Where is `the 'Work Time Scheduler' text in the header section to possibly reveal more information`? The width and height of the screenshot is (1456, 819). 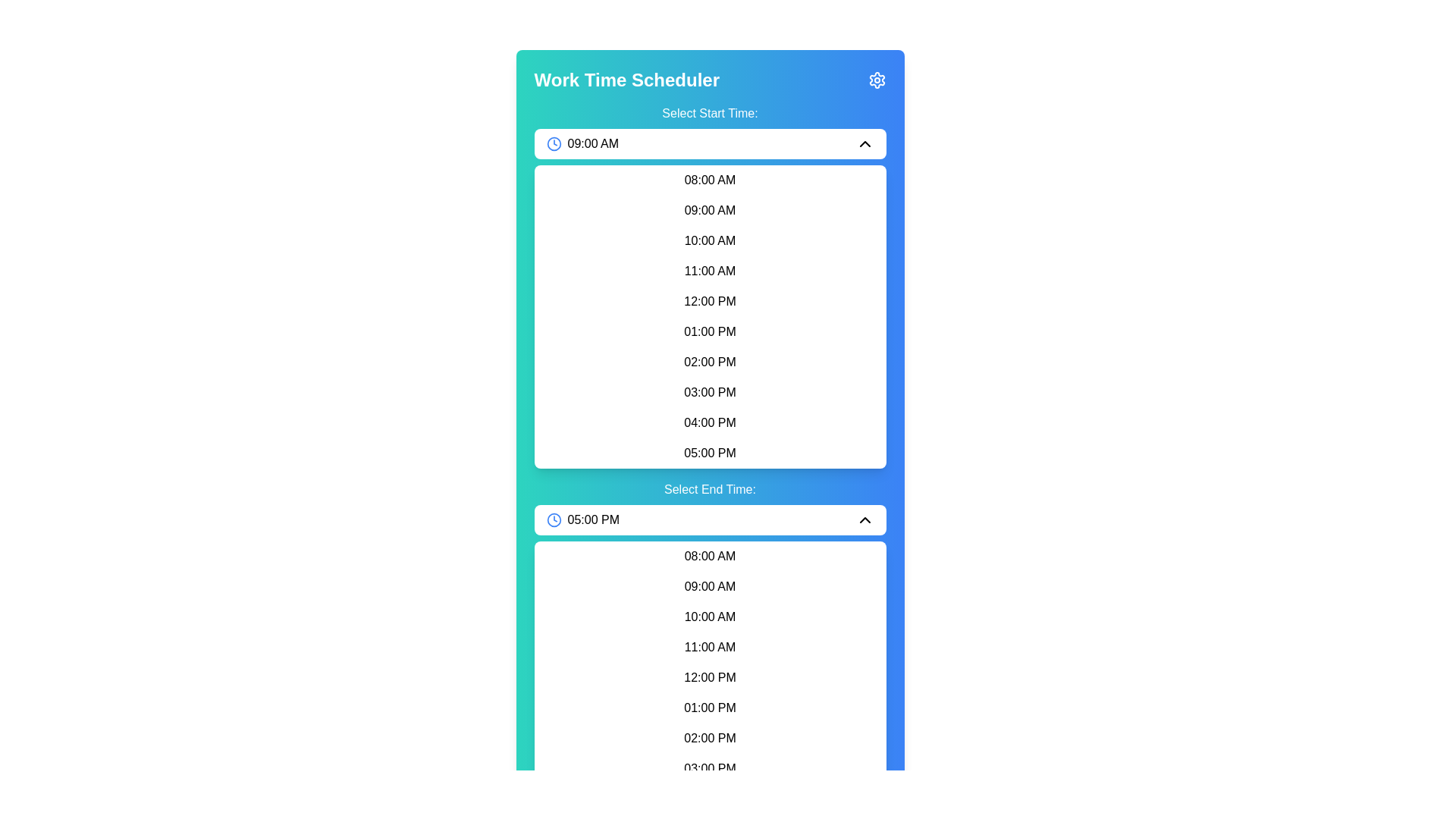 the 'Work Time Scheduler' text in the header section to possibly reveal more information is located at coordinates (709, 80).